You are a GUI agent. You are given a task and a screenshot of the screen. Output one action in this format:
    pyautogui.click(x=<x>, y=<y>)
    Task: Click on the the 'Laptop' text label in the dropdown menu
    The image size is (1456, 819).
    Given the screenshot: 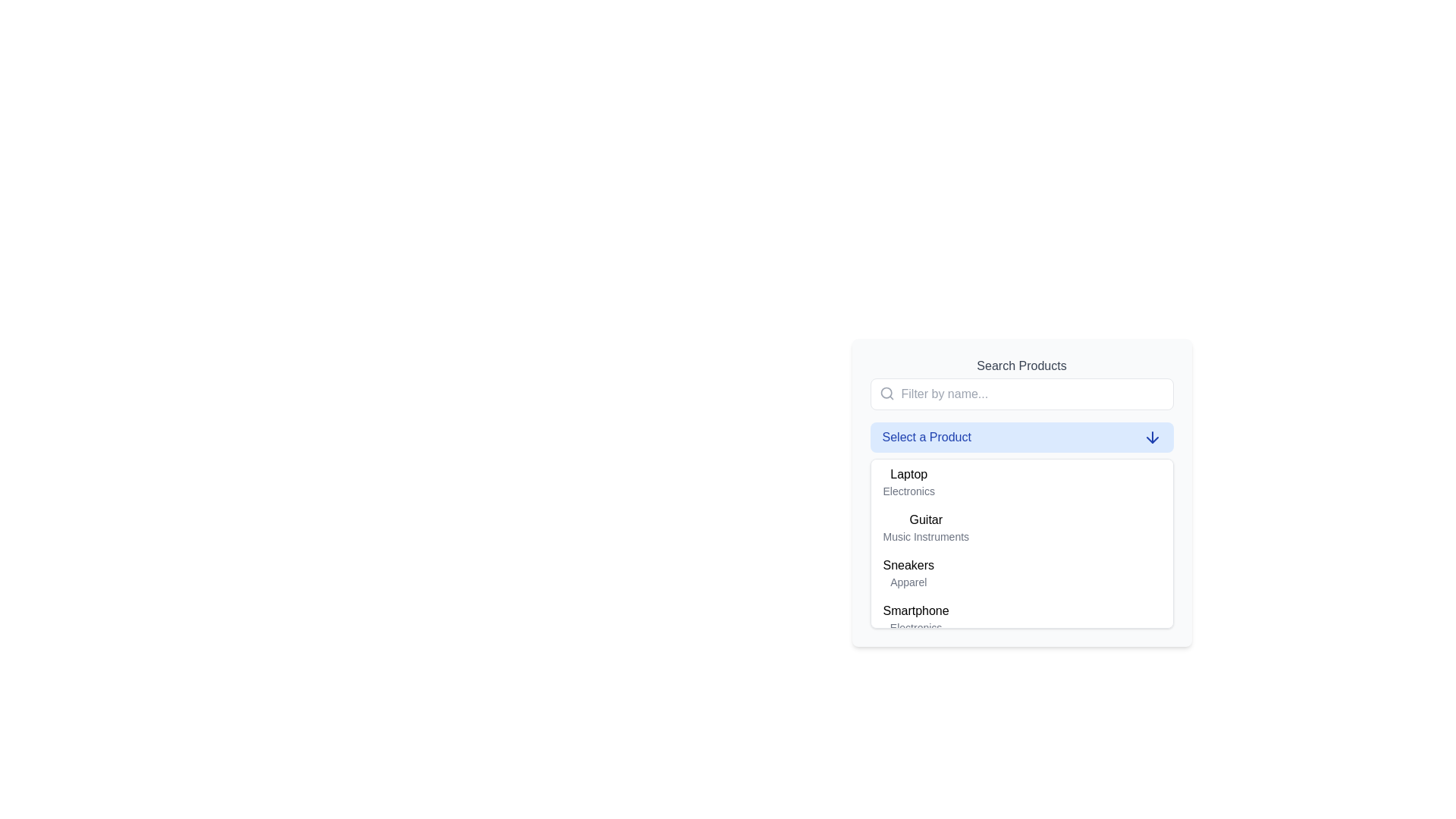 What is the action you would take?
    pyautogui.click(x=908, y=482)
    